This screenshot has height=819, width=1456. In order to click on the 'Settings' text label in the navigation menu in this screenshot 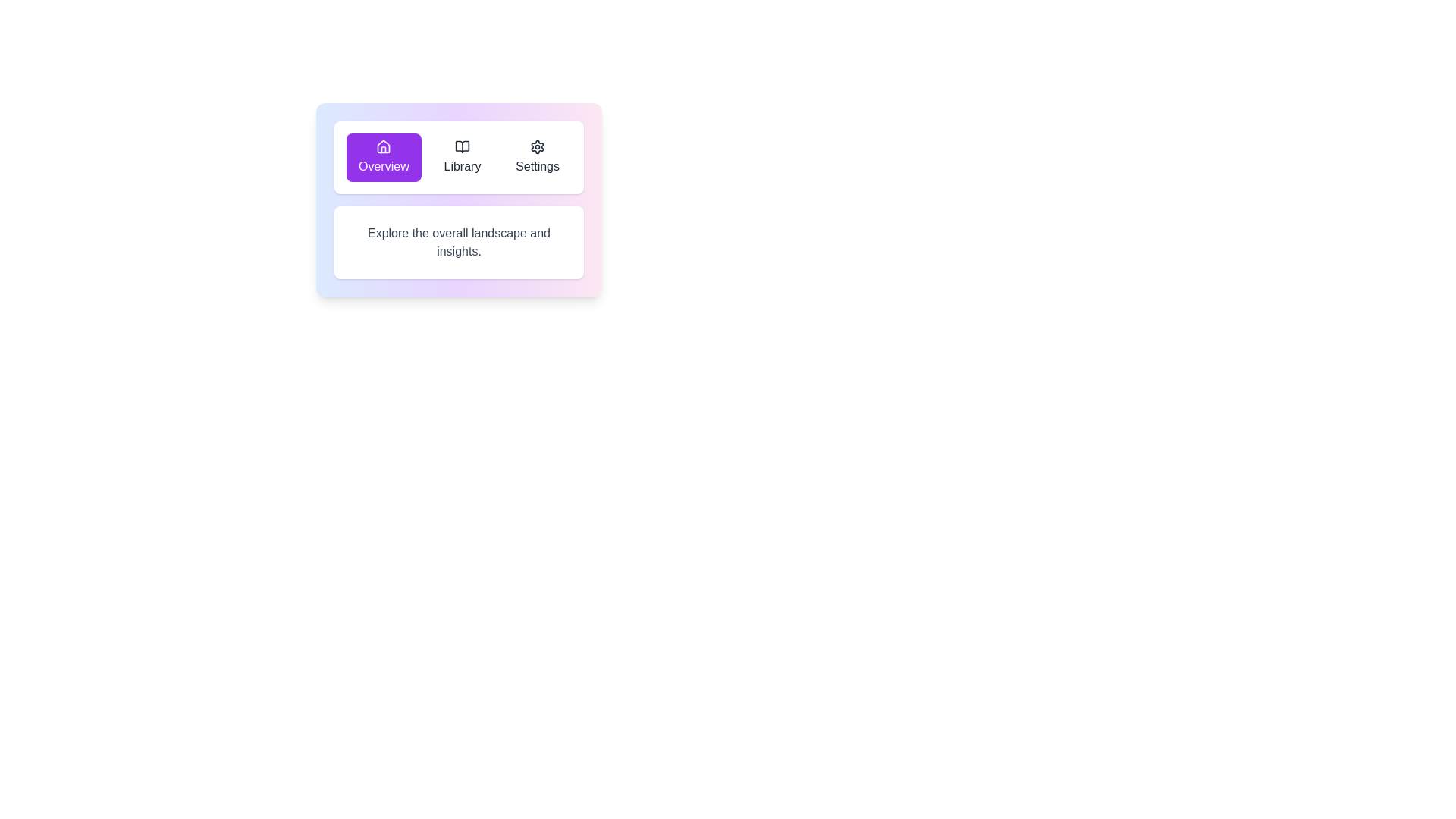, I will do `click(538, 166)`.